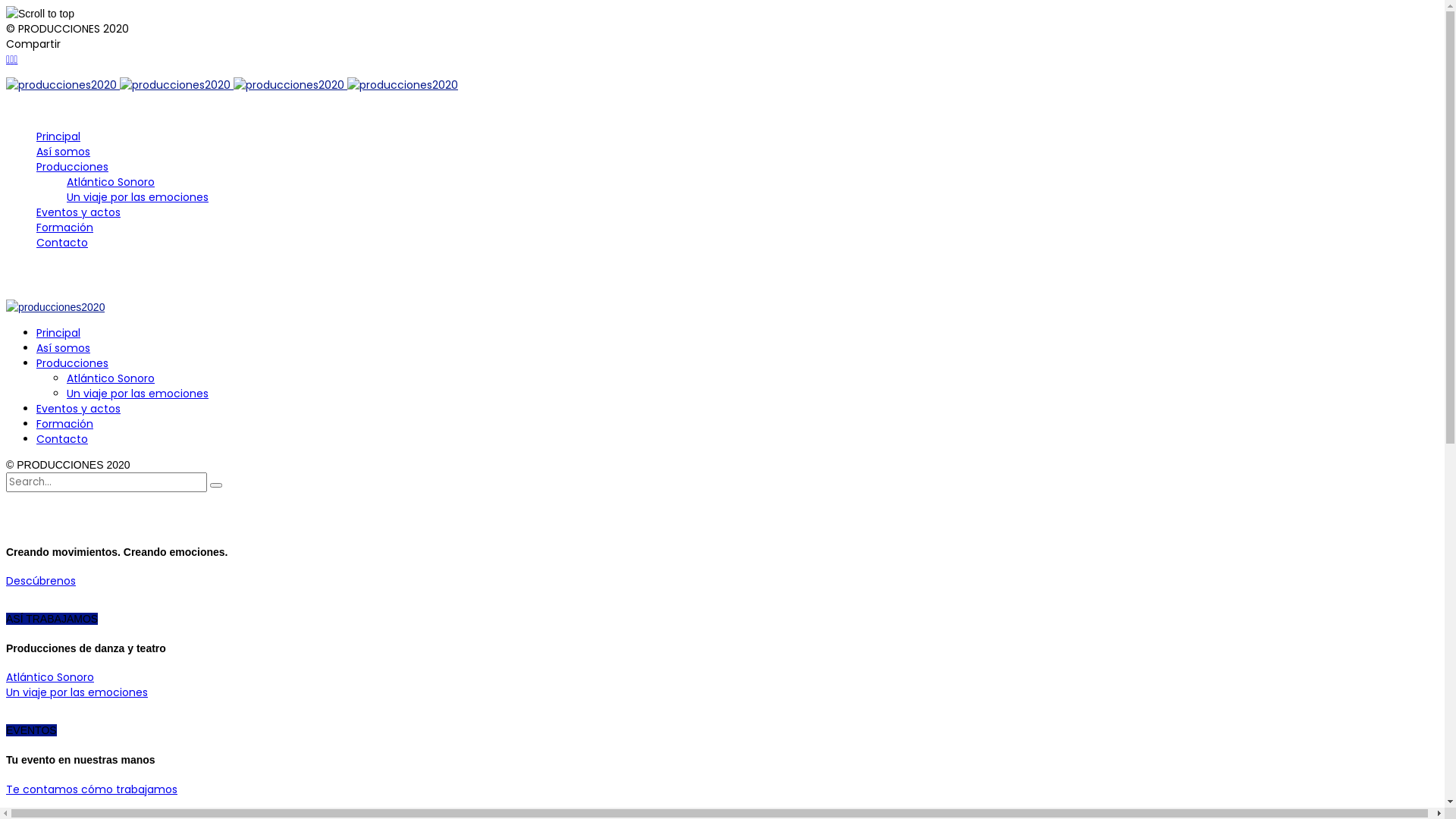 This screenshot has height=819, width=1456. Describe the element at coordinates (6, 692) in the screenshot. I see `'Un viaje por las emociones'` at that location.